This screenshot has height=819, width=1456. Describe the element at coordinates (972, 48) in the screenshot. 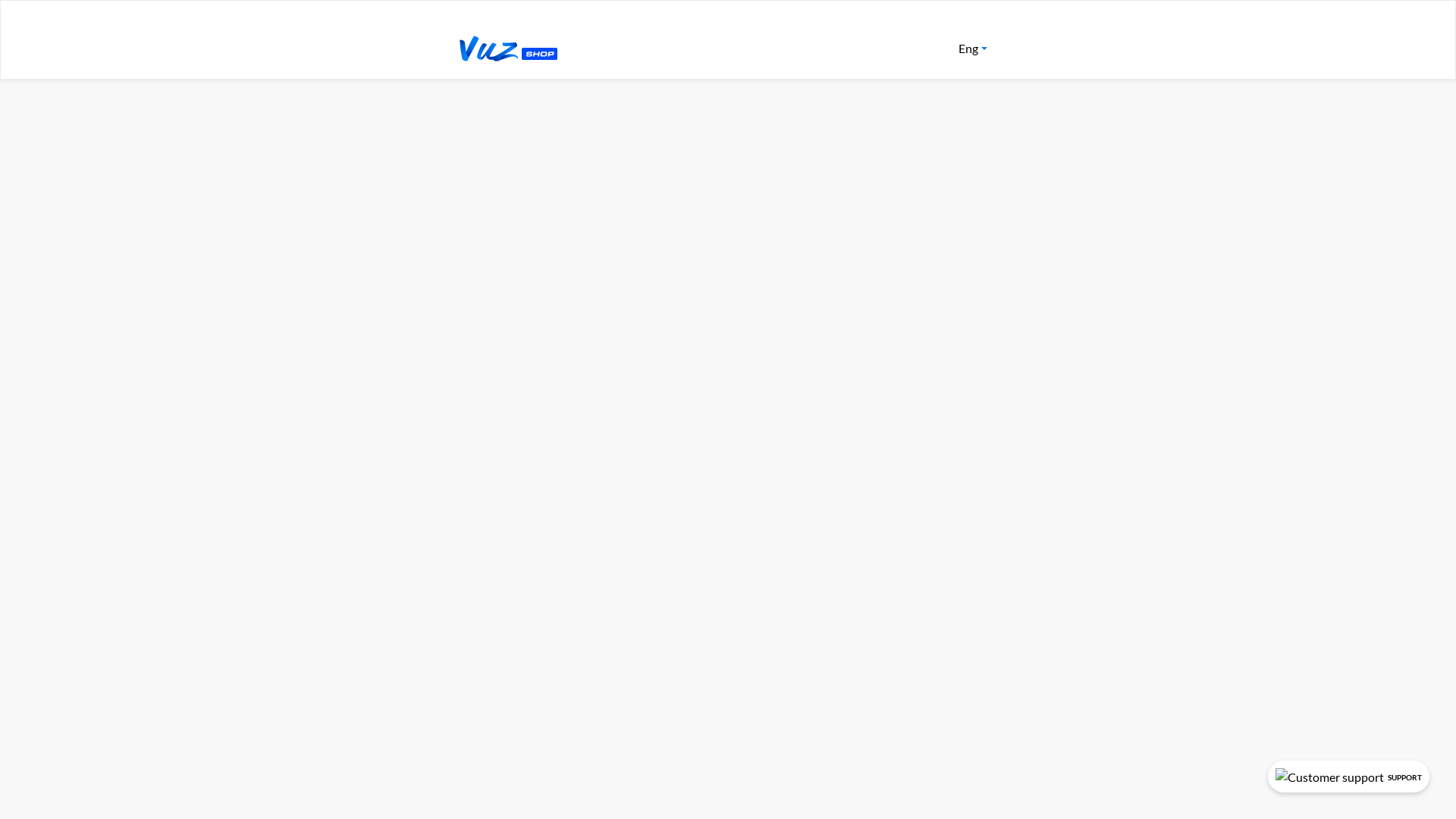

I see `'Eng'` at that location.